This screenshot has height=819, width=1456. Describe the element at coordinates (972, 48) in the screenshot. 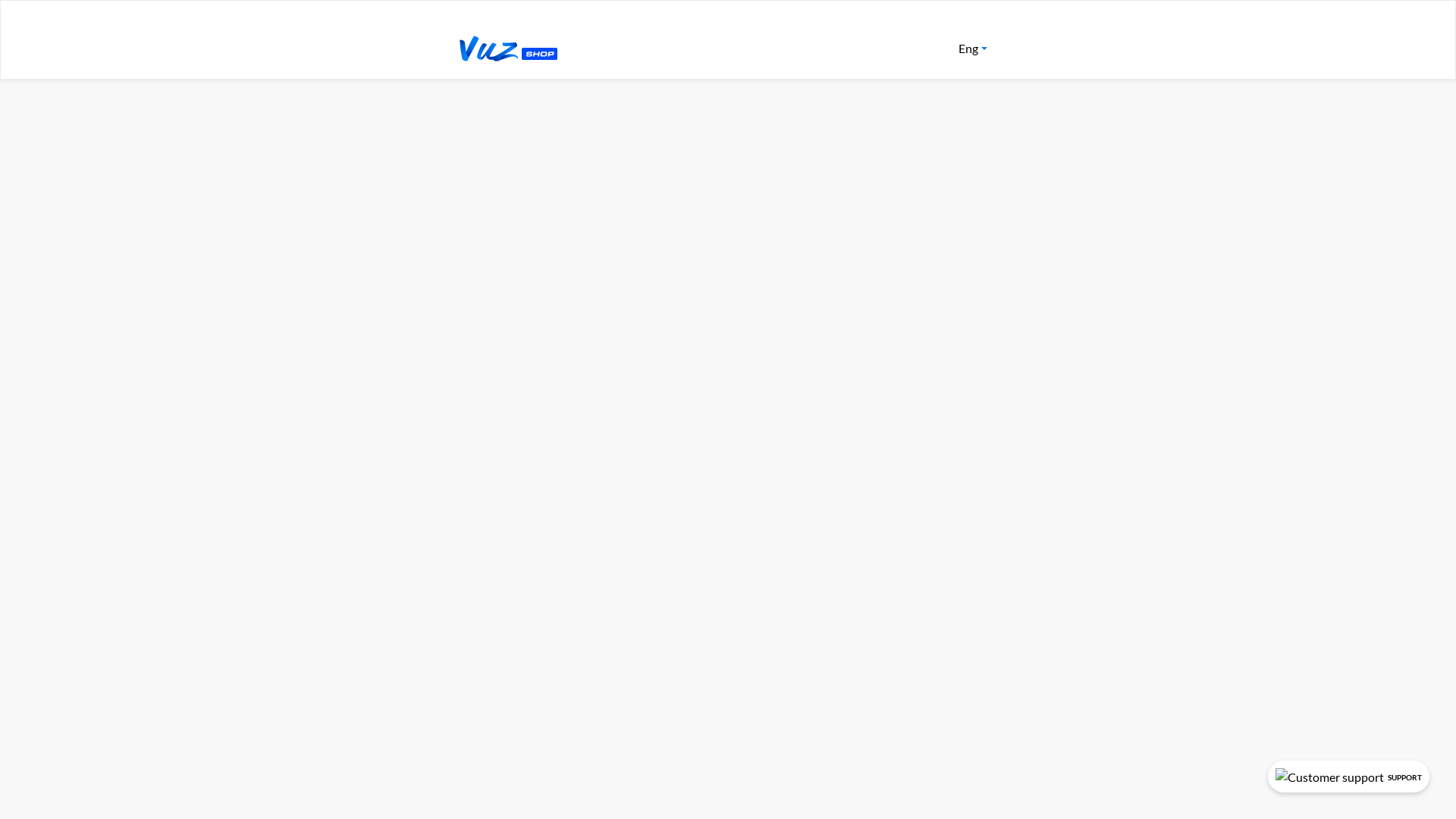

I see `'Eng'` at that location.